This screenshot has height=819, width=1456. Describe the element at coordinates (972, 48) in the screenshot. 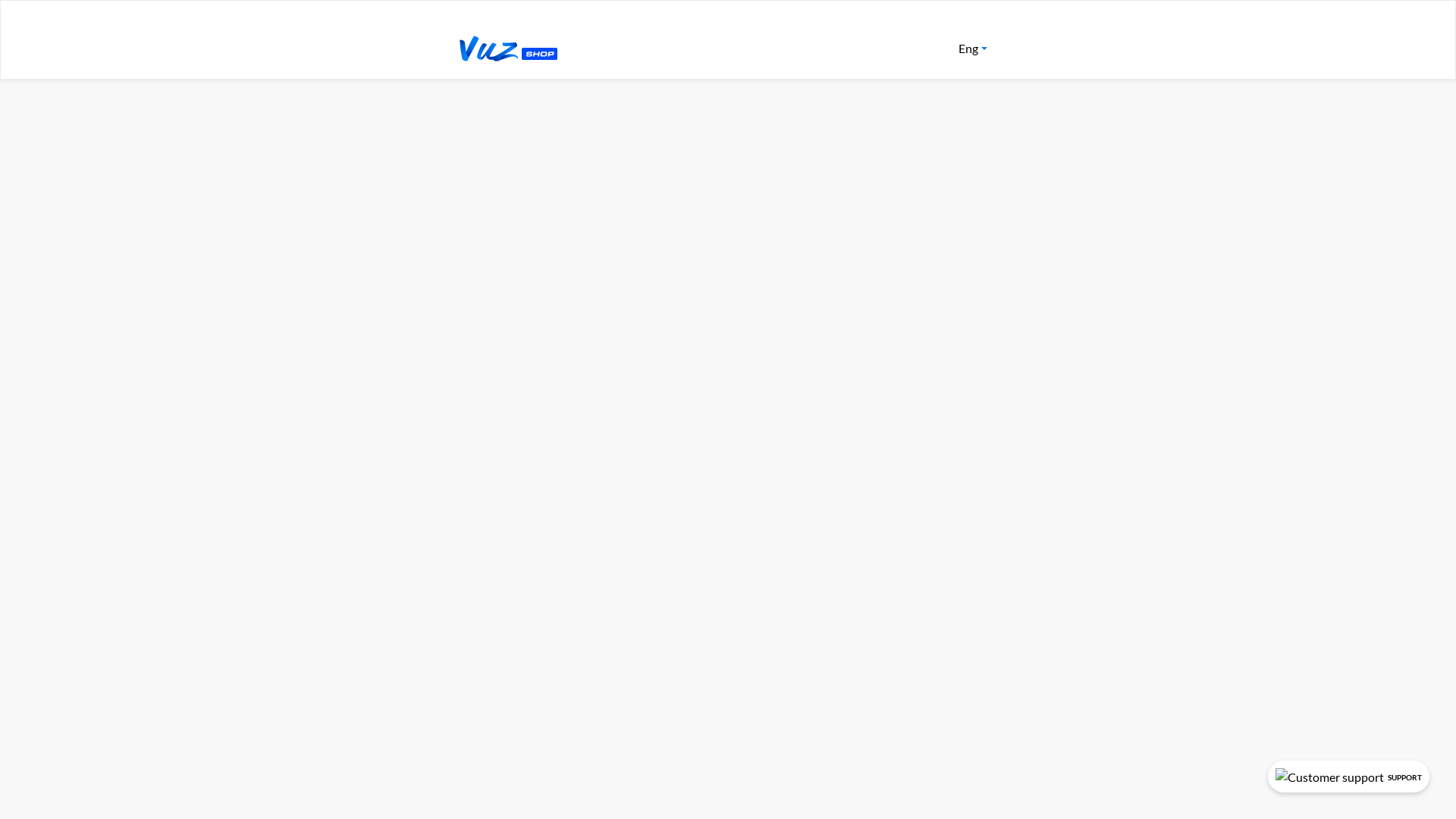

I see `'Eng'` at that location.